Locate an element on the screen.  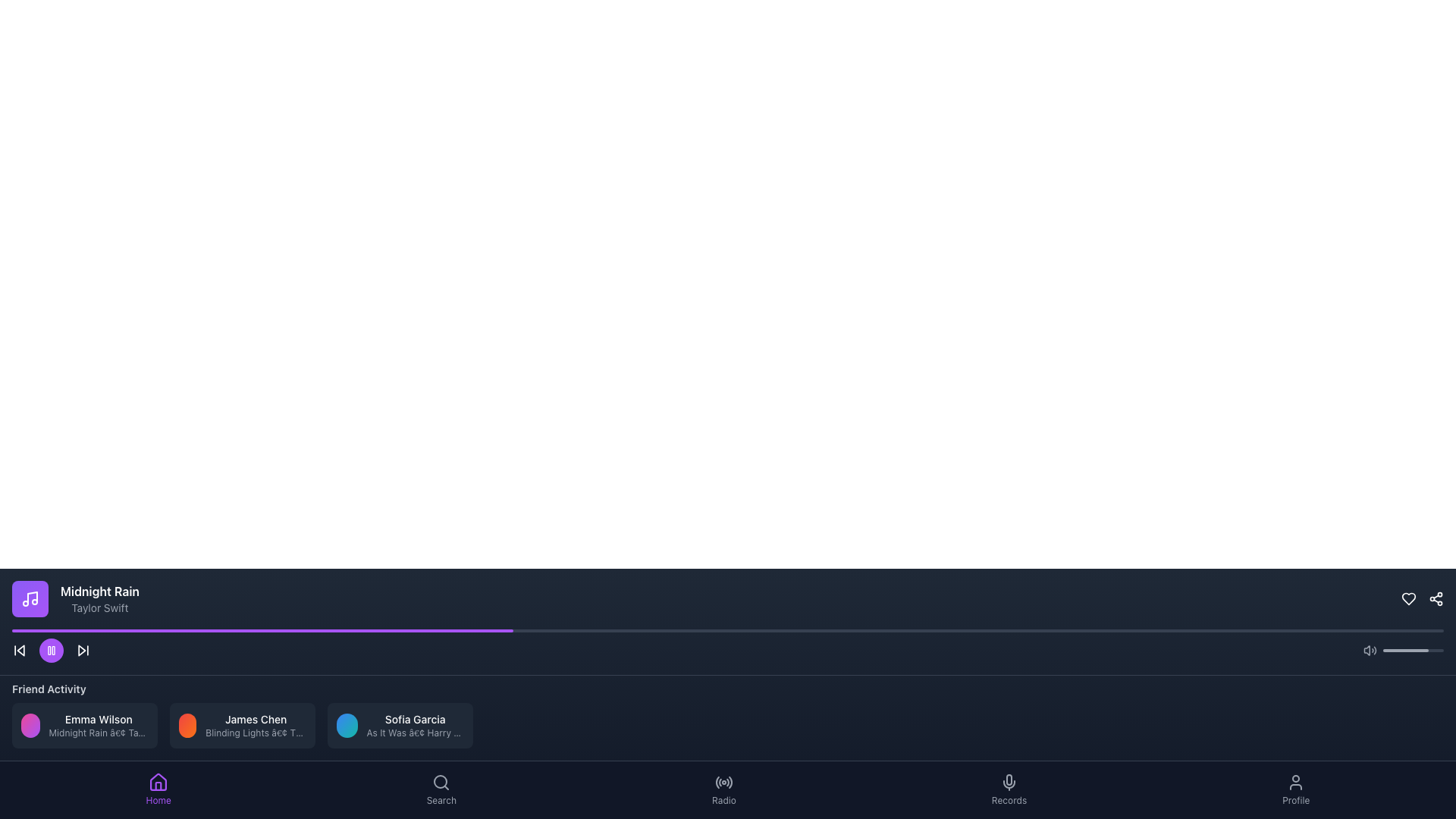
the triangular-shaped forward playback button located at the bottom center of the interface to skip to the next item is located at coordinates (81, 649).